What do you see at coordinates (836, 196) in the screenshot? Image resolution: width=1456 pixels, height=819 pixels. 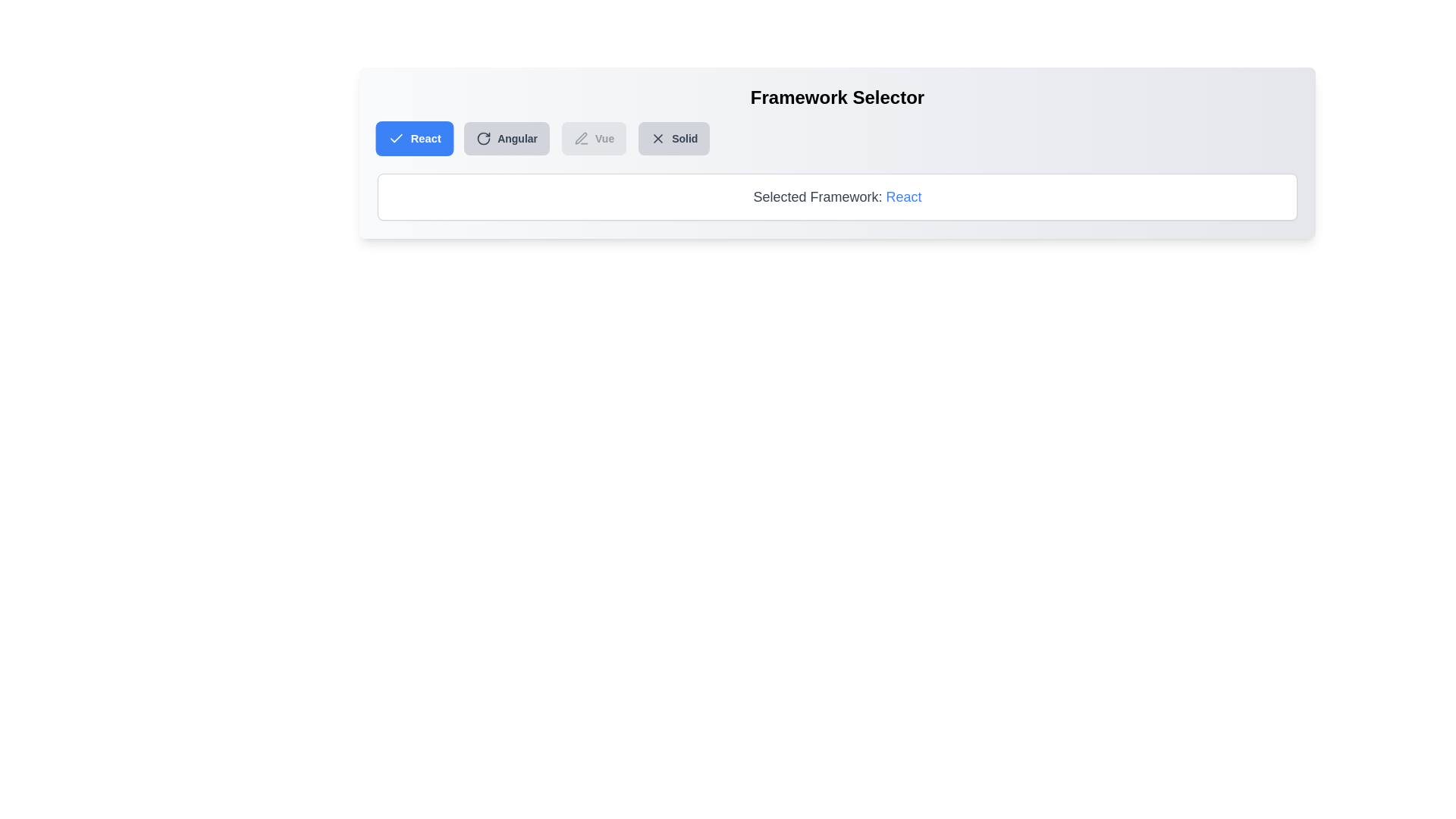 I see `the informational label indicating the currently selected framework, which is 'React'` at bounding box center [836, 196].